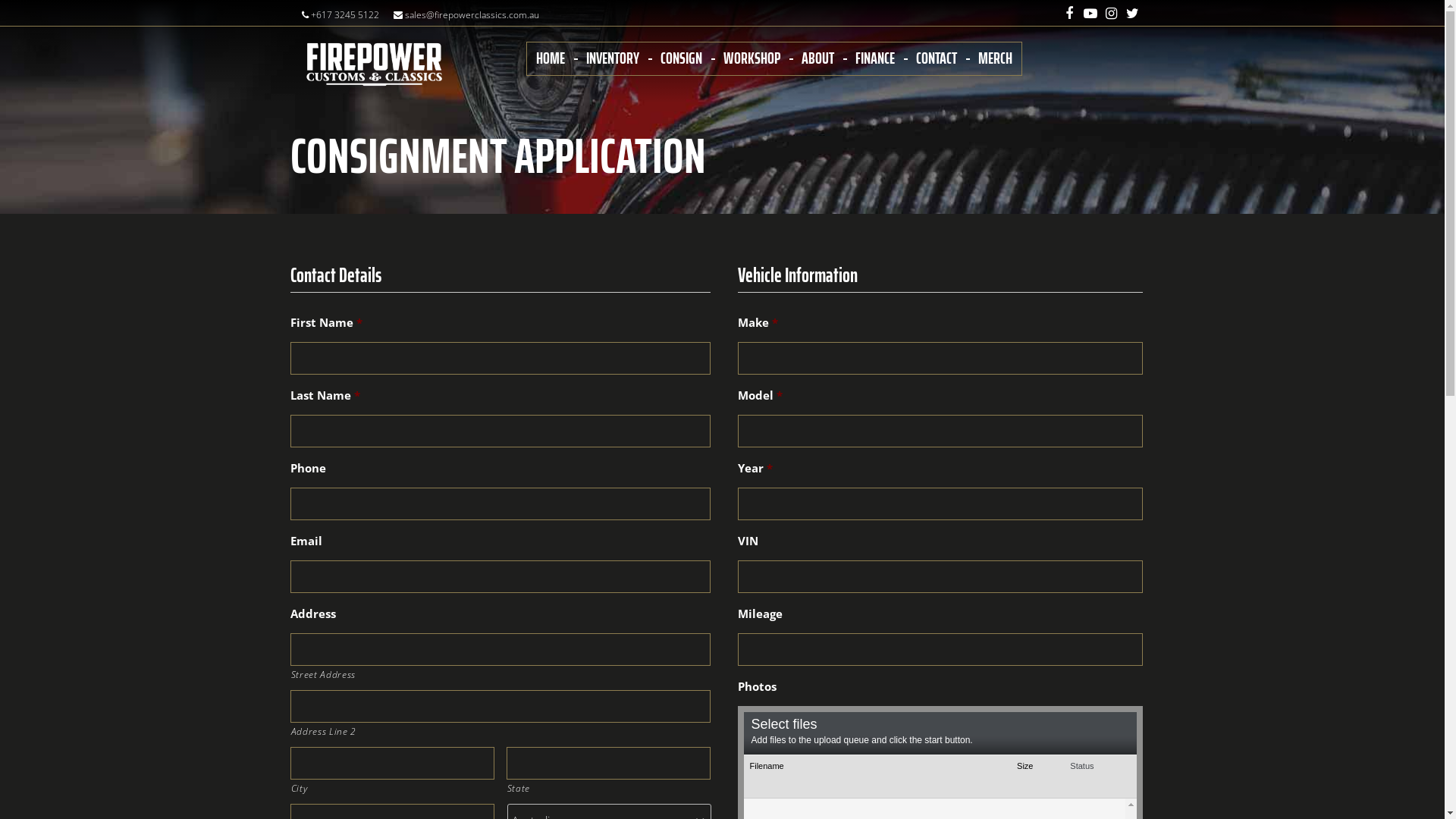 This screenshot has height=819, width=1456. What do you see at coordinates (978, 57) in the screenshot?
I see `'MERCH'` at bounding box center [978, 57].